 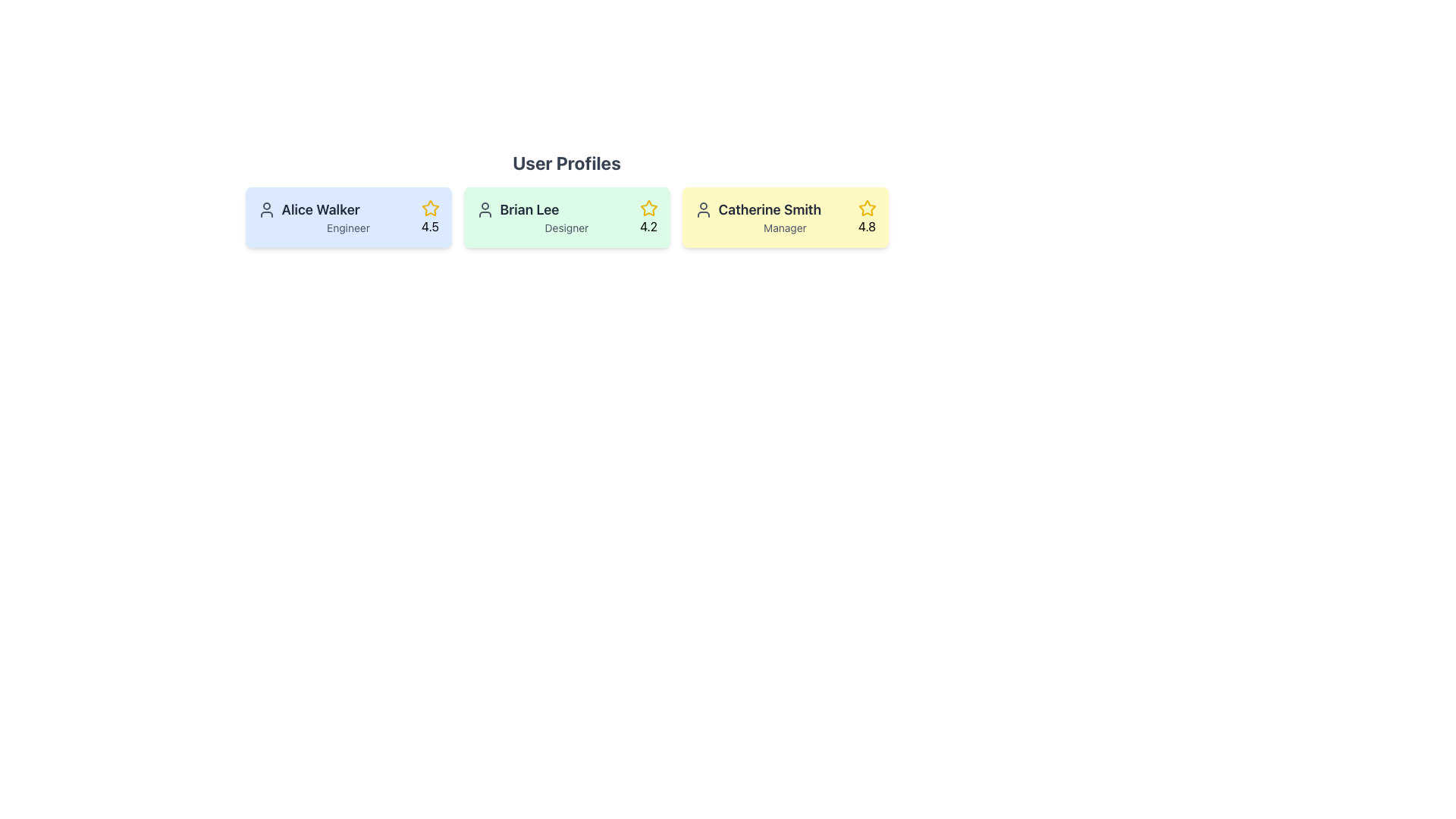 I want to click on the Profile card representing a user profile that summarizes the user's name, profession, and rating information, which is the first card in a grid layout, so click(x=347, y=217).